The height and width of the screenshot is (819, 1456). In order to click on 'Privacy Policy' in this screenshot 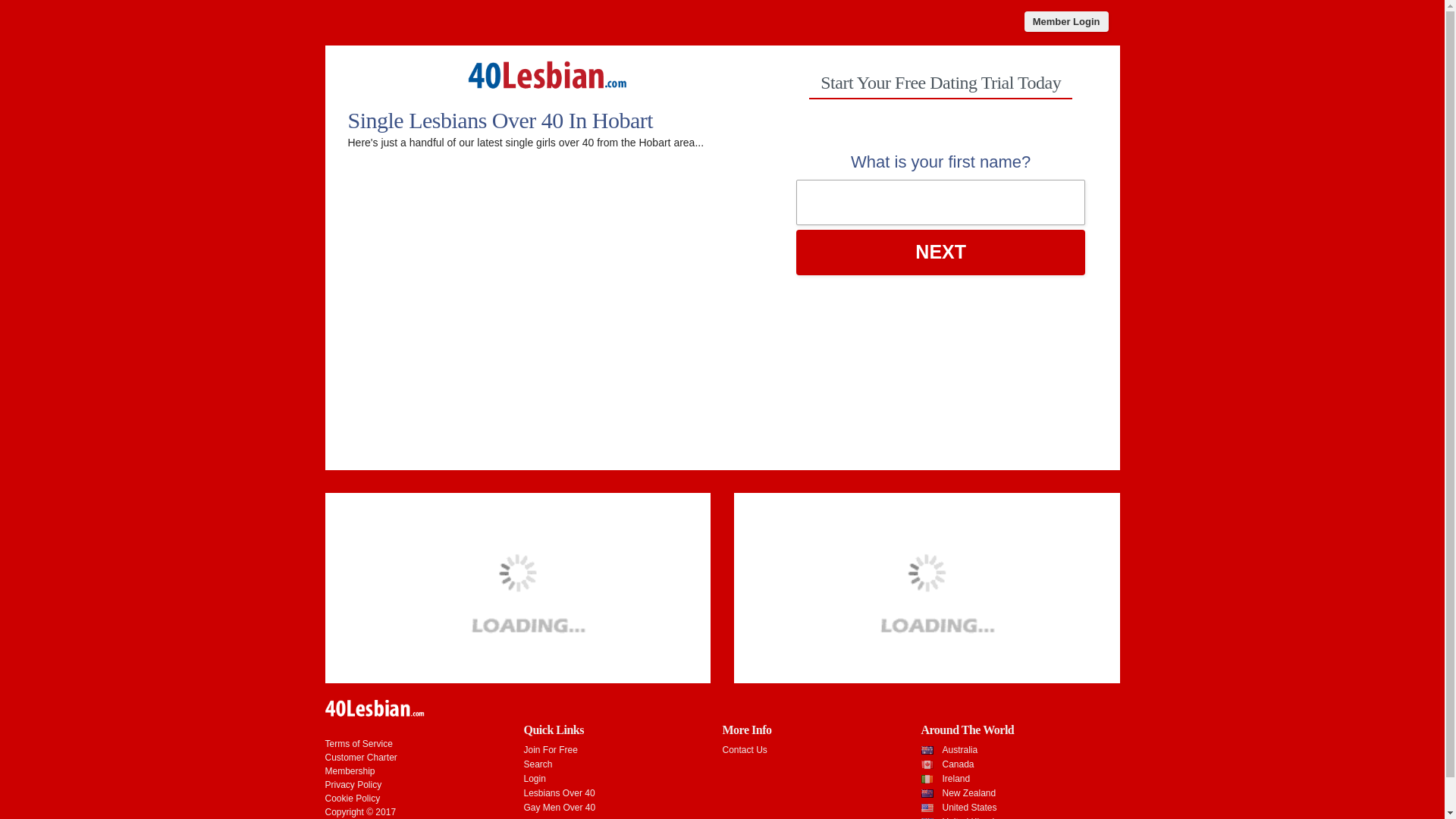, I will do `click(323, 784)`.